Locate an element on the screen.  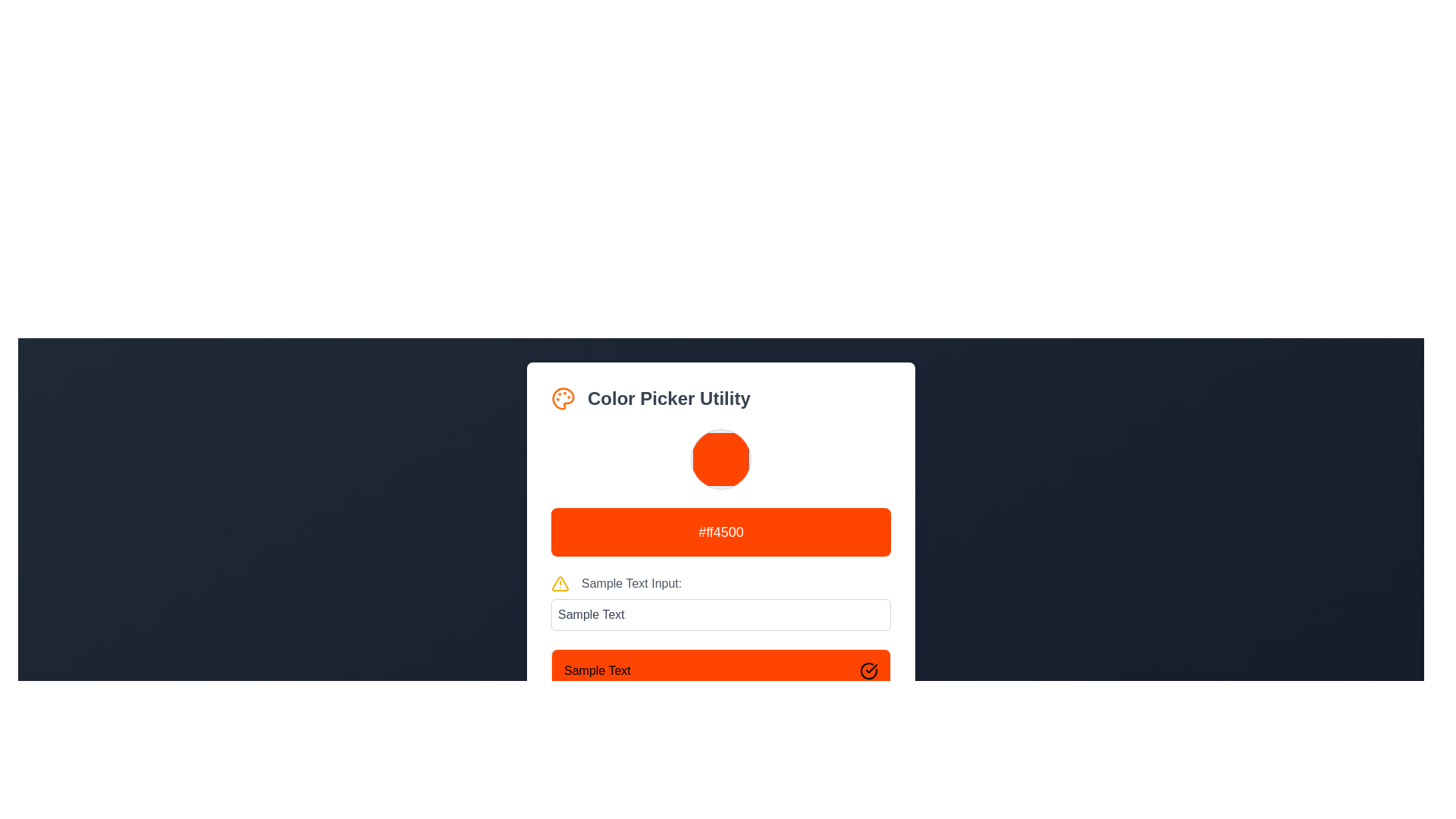
displayed hexadecimal color code '#ff4500' from the display element located below the circular icon and above the text labeled 'Sample Text Input:' within the white card is located at coordinates (720, 539).